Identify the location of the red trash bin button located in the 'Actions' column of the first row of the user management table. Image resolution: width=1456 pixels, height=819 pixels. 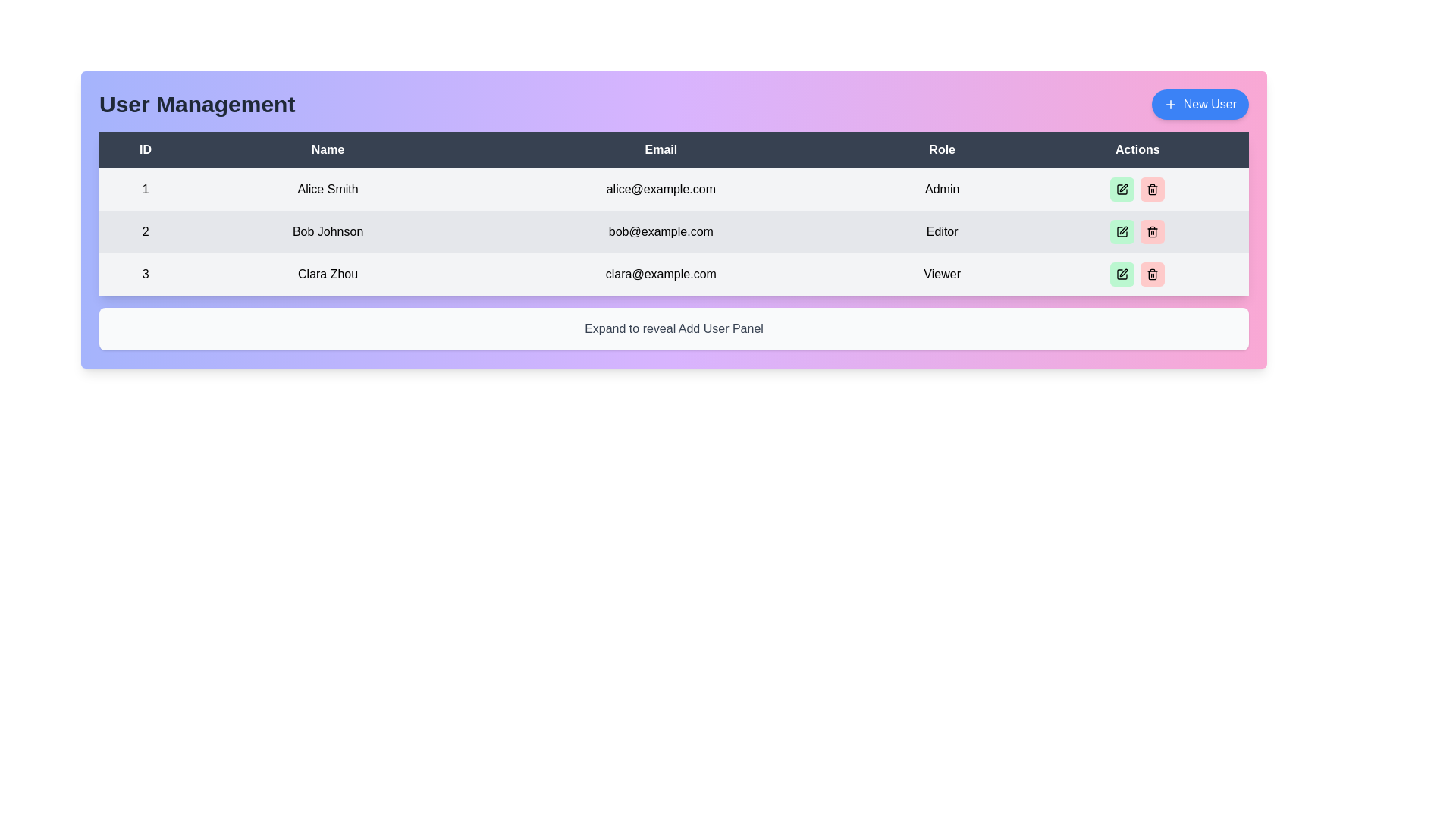
(1153, 189).